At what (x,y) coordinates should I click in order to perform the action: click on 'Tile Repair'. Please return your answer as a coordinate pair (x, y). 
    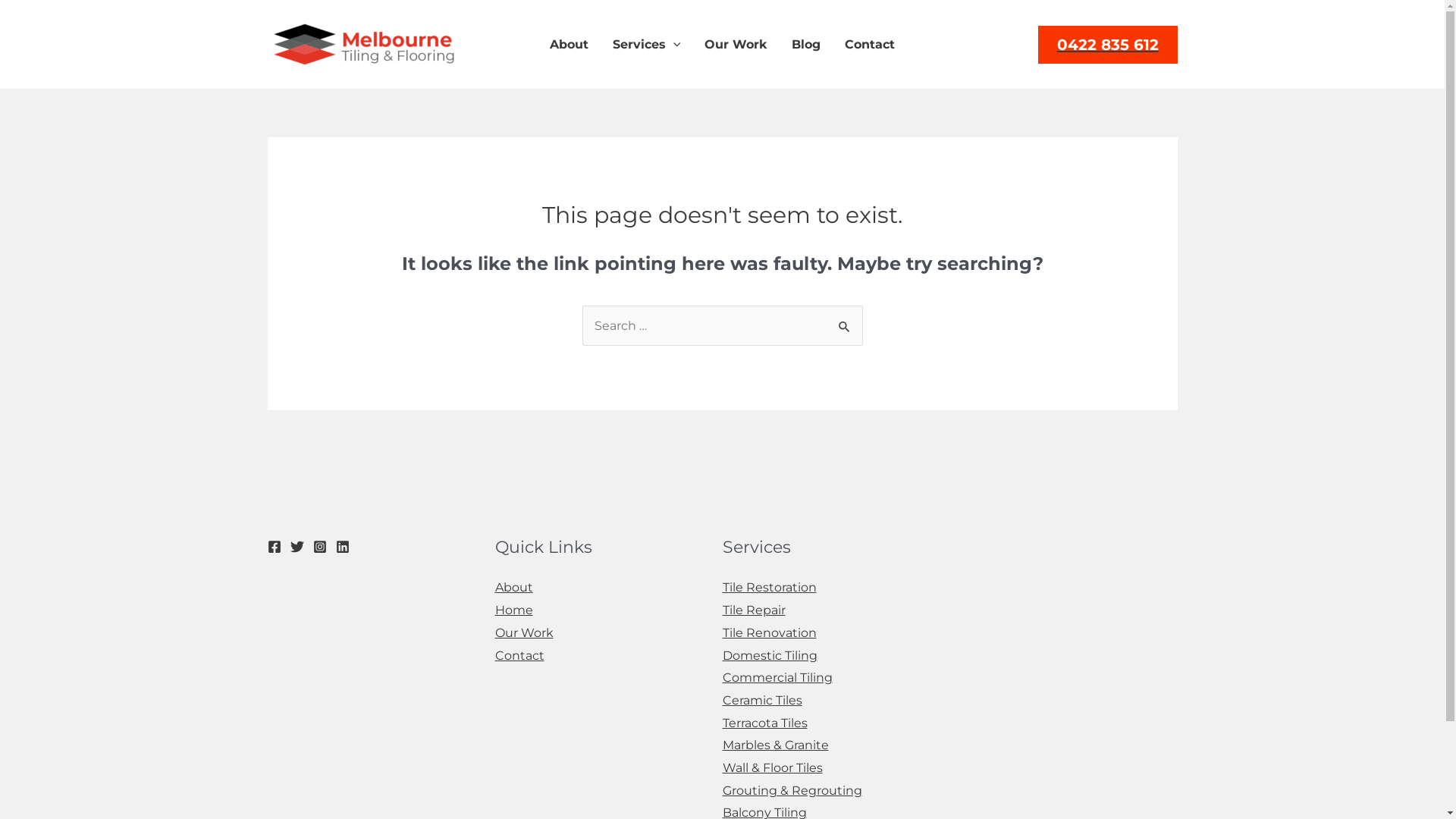
    Looking at the image, I should click on (753, 609).